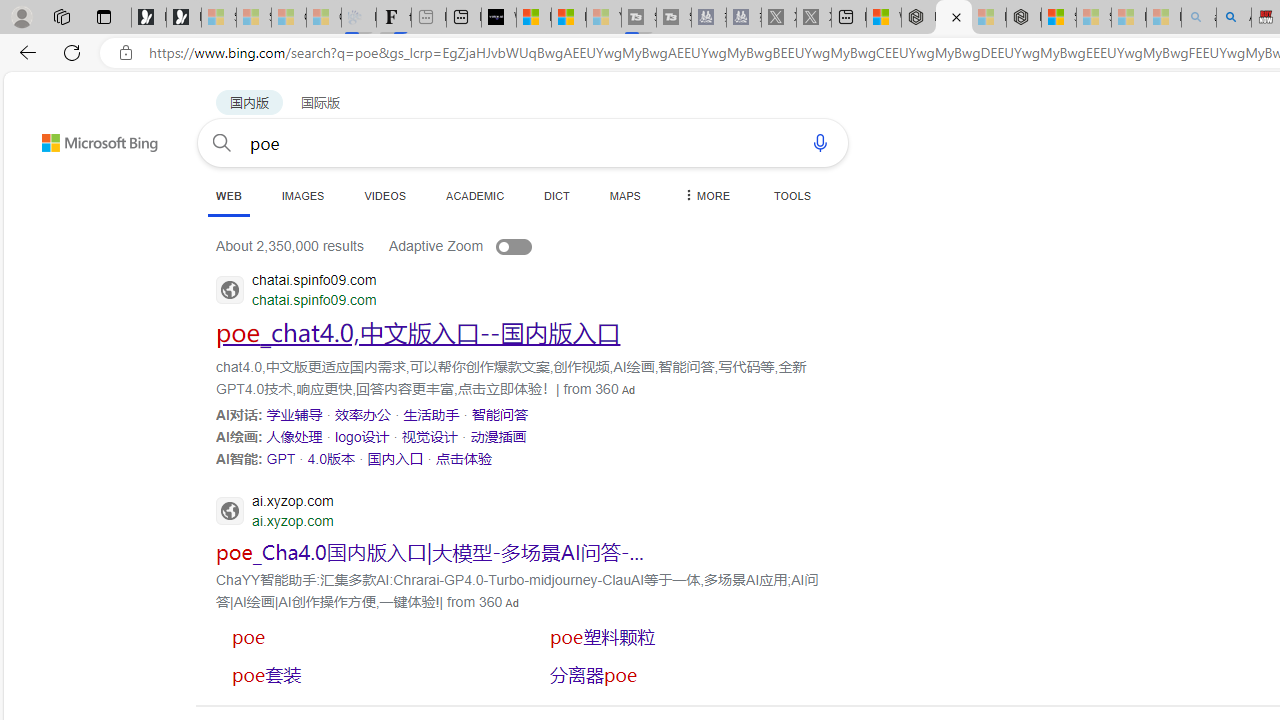 This screenshot has height=720, width=1280. What do you see at coordinates (228, 197) in the screenshot?
I see `'WEB'` at bounding box center [228, 197].